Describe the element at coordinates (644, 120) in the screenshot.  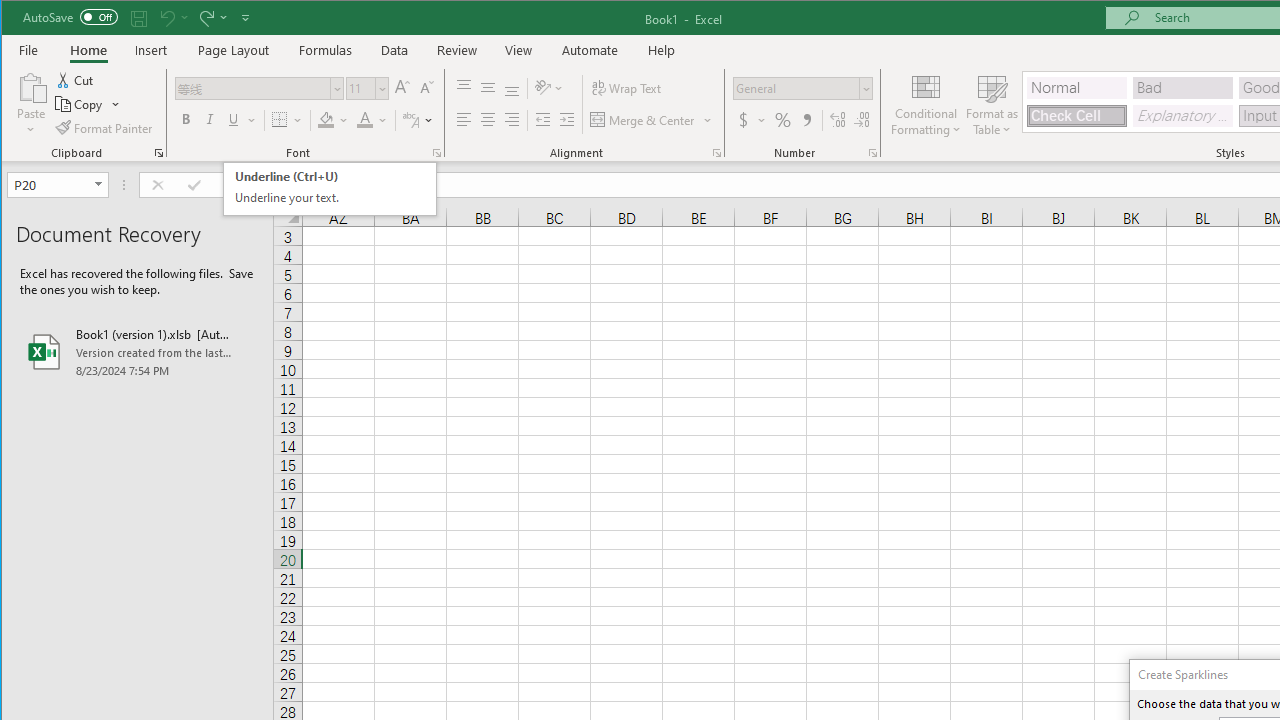
I see `'Merge & Center'` at that location.